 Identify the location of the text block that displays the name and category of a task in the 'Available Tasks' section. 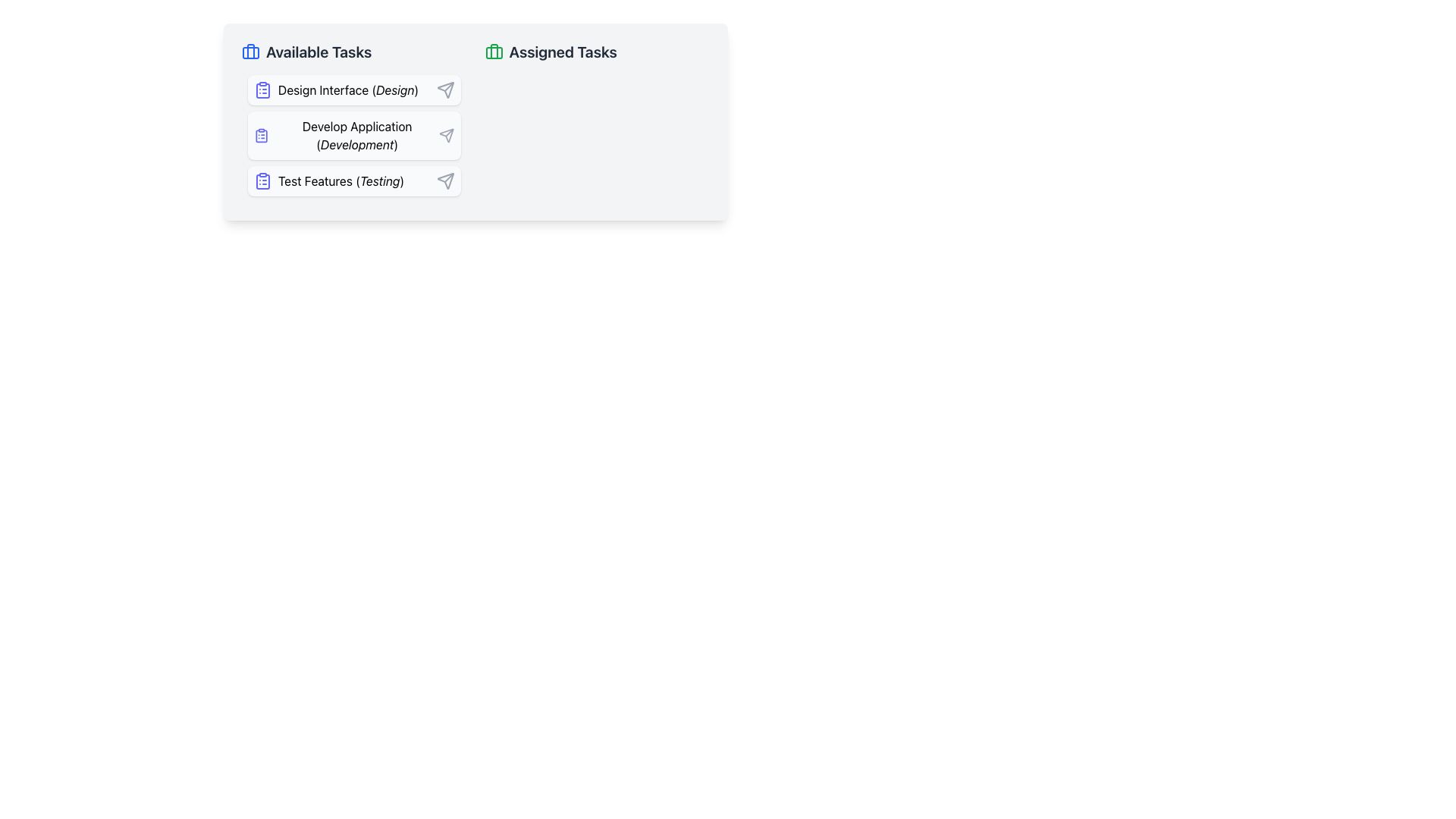
(356, 134).